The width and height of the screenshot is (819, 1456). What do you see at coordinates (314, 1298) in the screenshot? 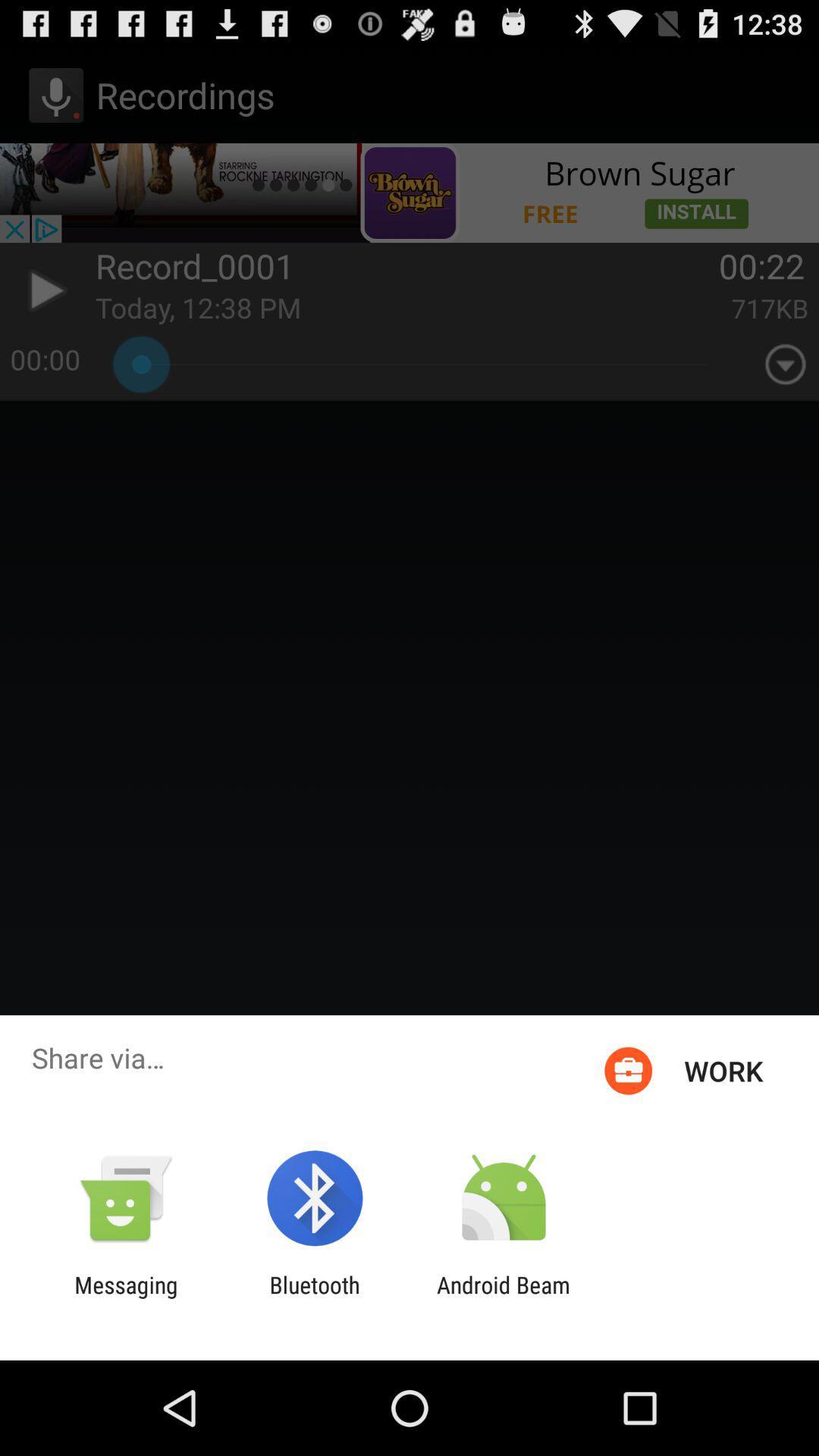
I see `icon next to messaging icon` at bounding box center [314, 1298].